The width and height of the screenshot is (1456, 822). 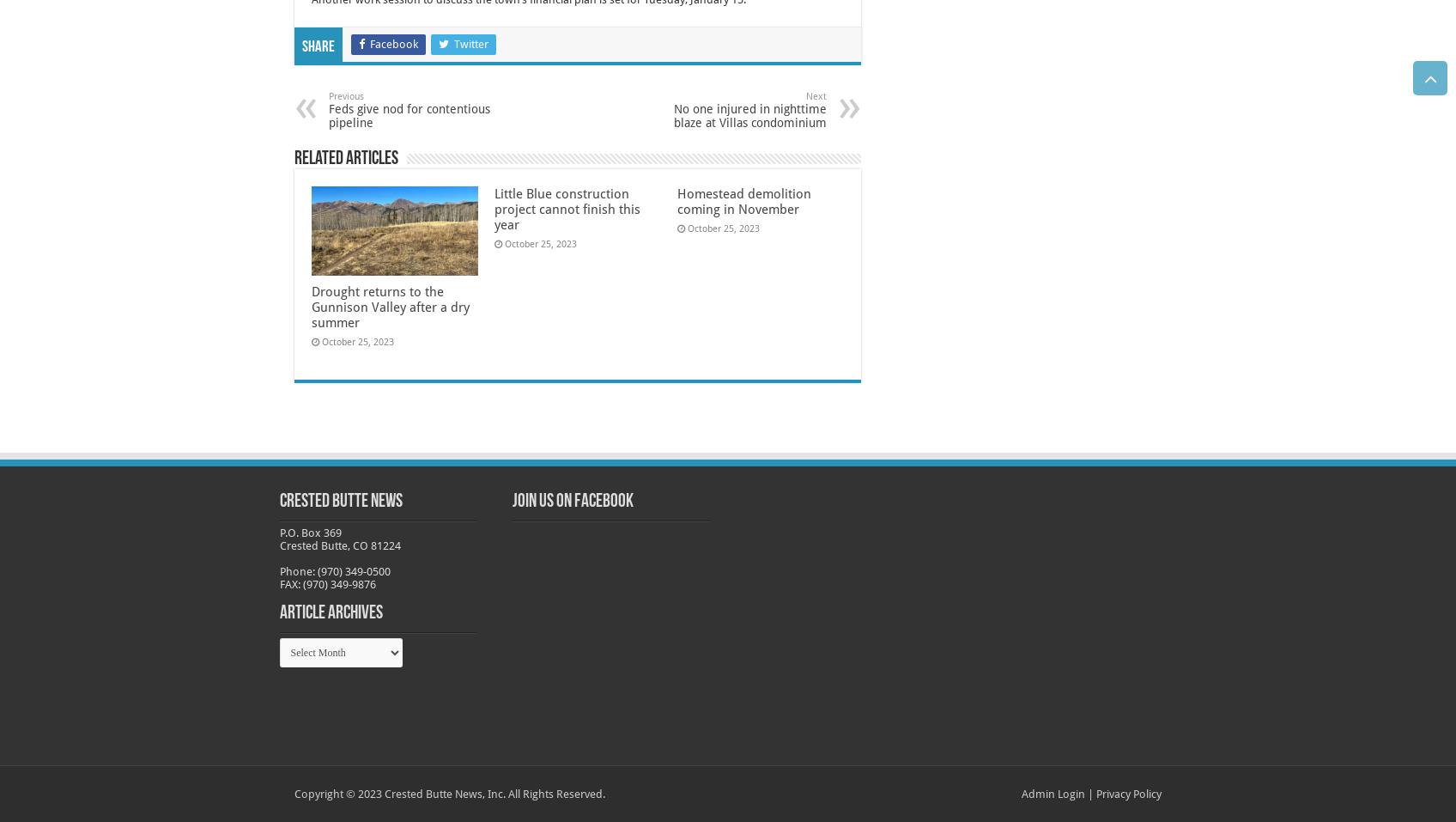 I want to click on 'Admin Login', so click(x=1053, y=793).